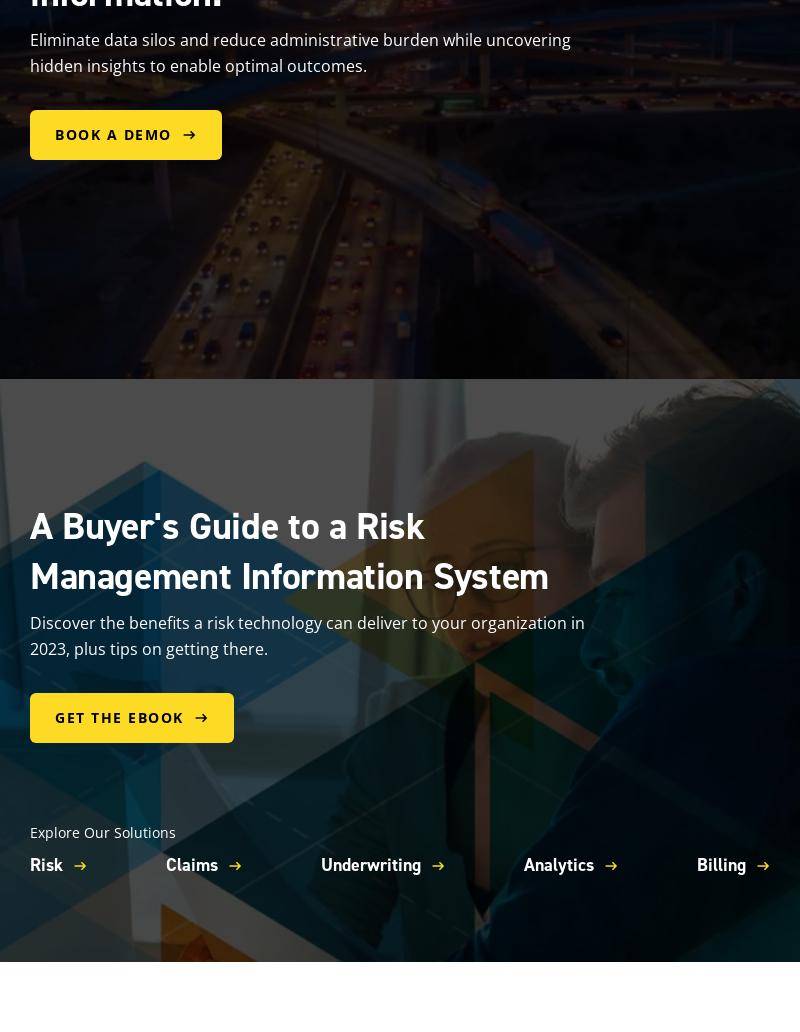  Describe the element at coordinates (191, 865) in the screenshot. I see `'Claims'` at that location.